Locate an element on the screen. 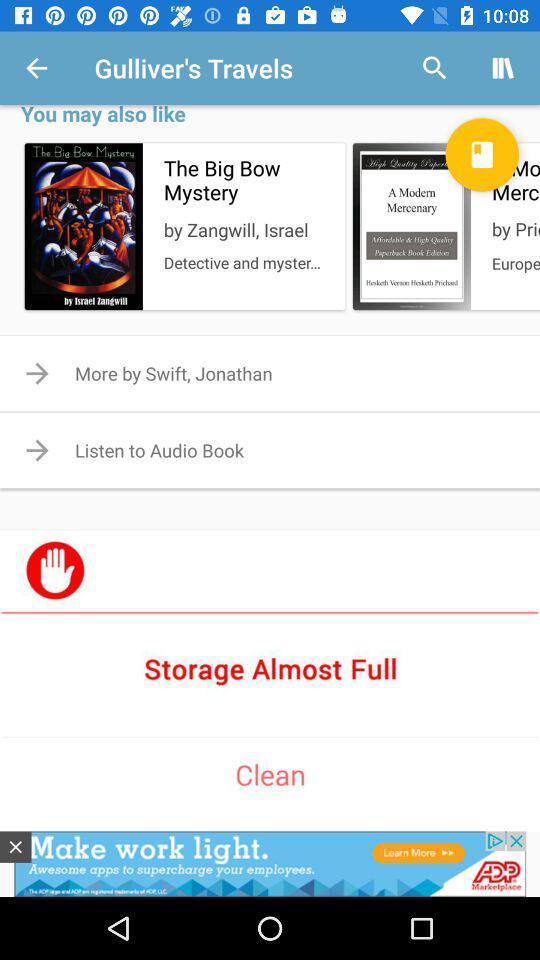 The height and width of the screenshot is (960, 540). clean storage is located at coordinates (270, 668).